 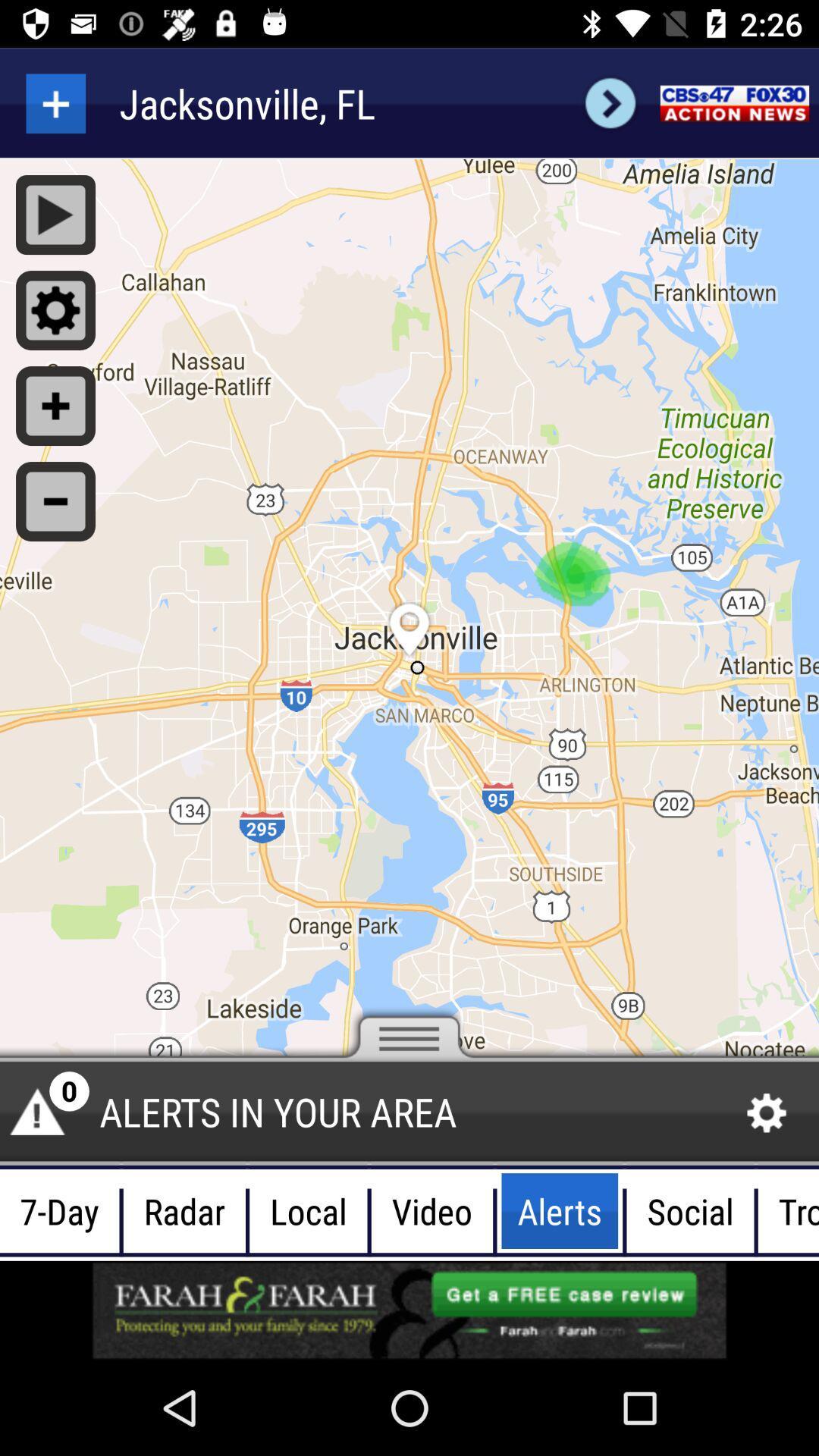 I want to click on the arrow_forward icon, so click(x=610, y=102).